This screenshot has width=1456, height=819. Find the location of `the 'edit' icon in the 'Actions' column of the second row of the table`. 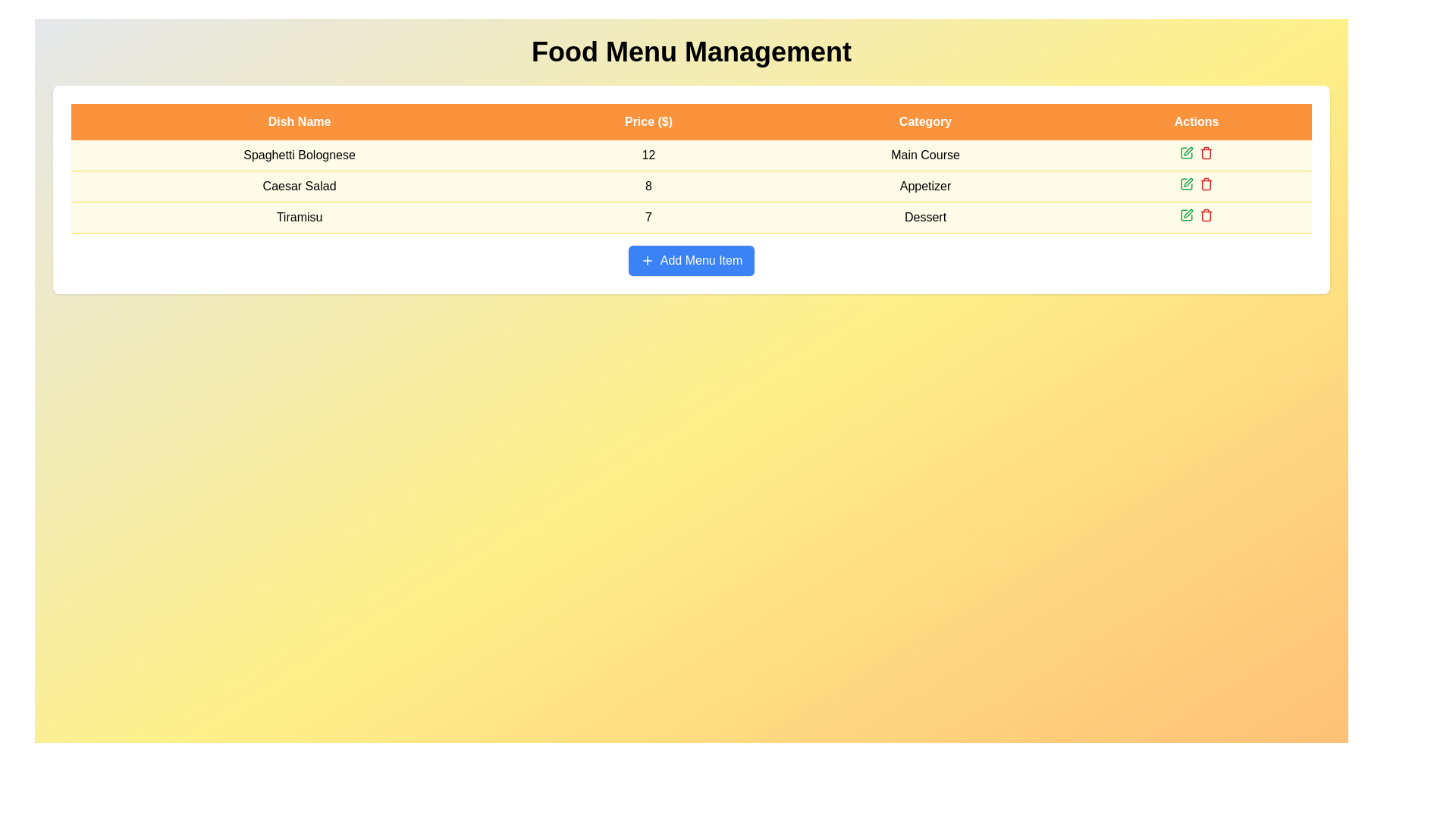

the 'edit' icon in the 'Actions' column of the second row of the table is located at coordinates (1188, 181).